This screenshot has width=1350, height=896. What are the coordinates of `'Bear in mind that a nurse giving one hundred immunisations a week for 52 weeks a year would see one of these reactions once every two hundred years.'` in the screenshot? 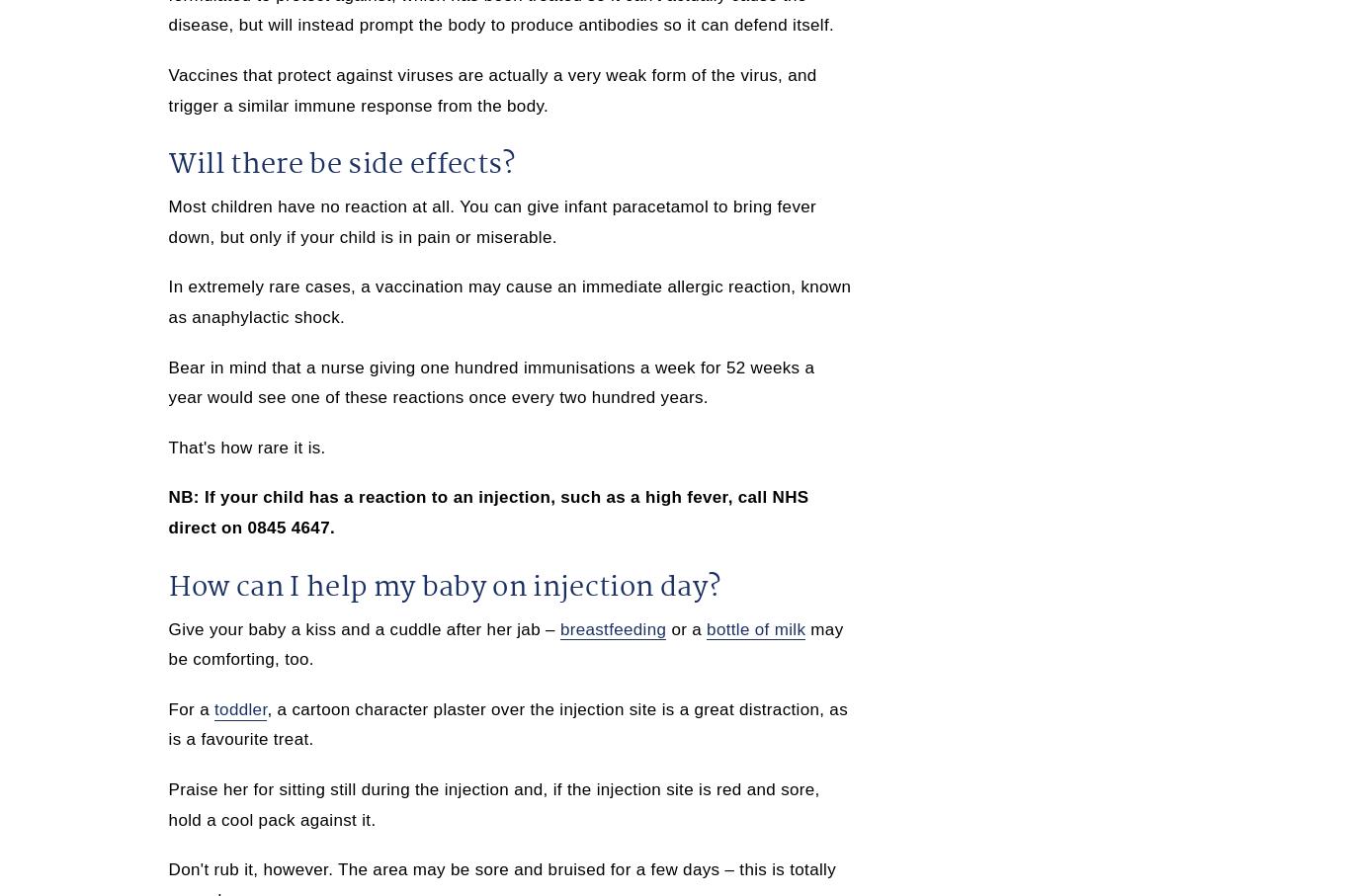 It's located at (490, 382).